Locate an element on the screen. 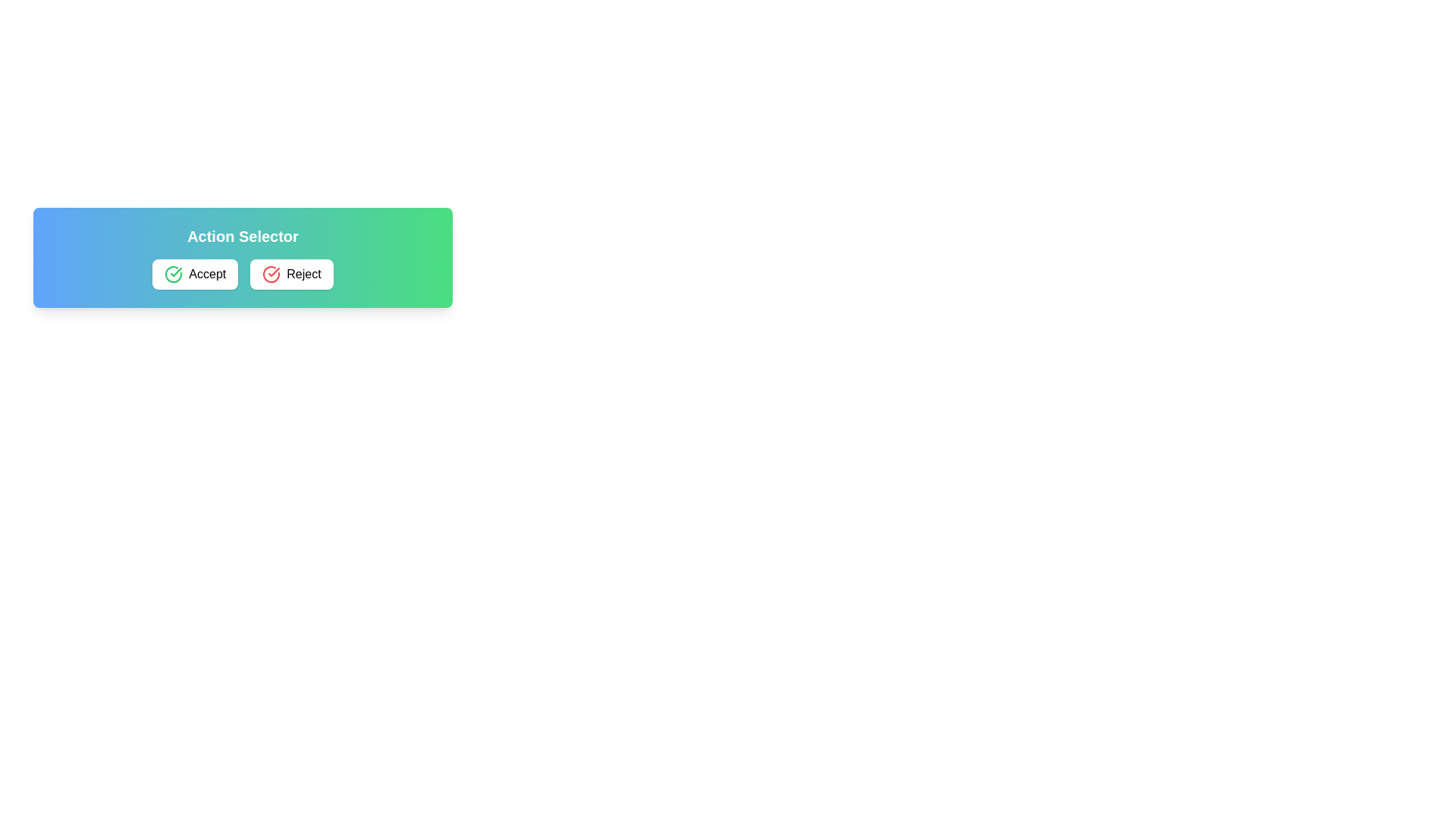  the 'Accept' button, which is a rectangular button with the text 'Accept' next to a green circular check icon, to change its background color to light gray is located at coordinates (194, 275).